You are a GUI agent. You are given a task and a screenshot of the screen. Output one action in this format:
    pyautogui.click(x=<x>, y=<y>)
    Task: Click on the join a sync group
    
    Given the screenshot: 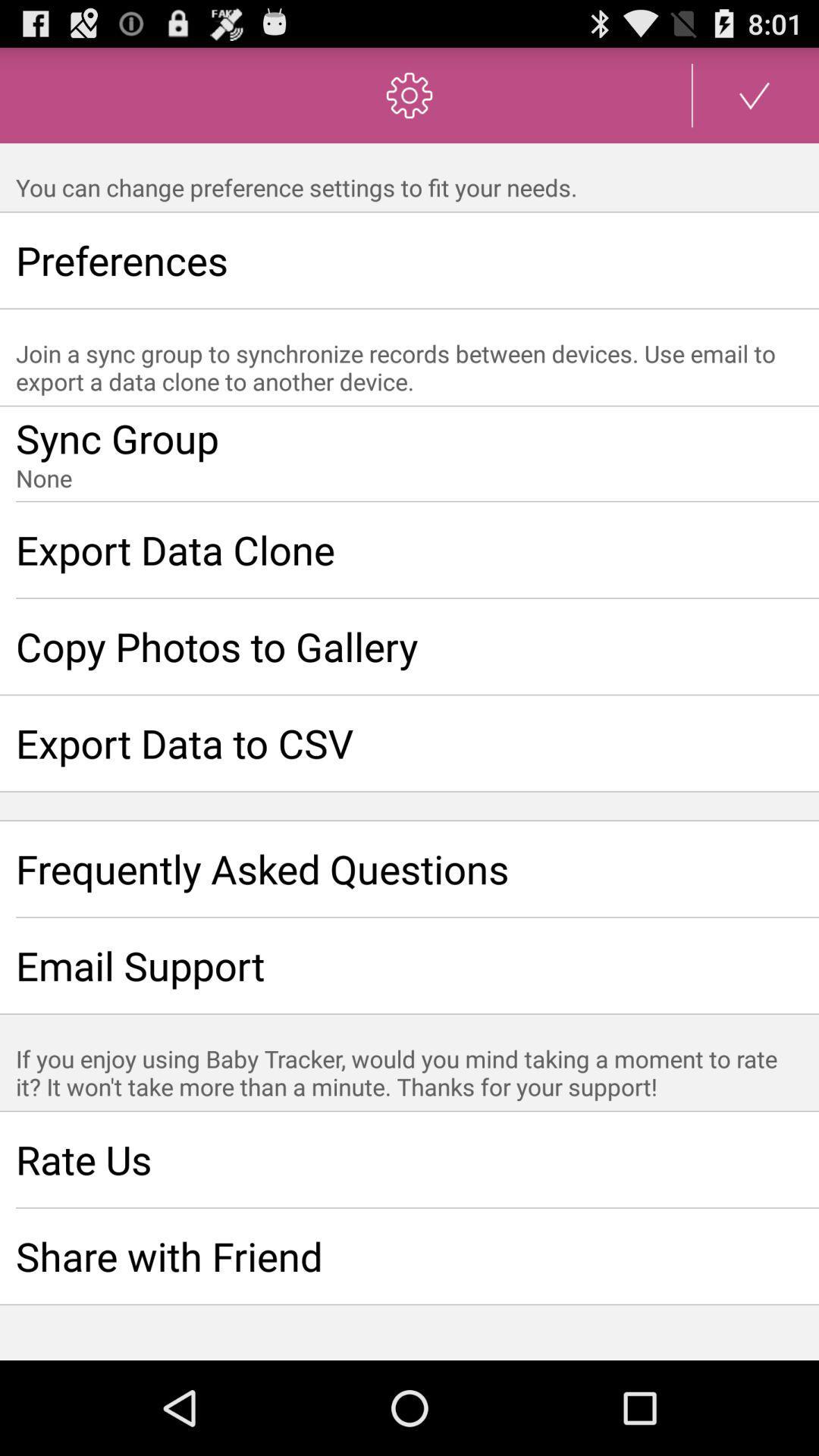 What is the action you would take?
    pyautogui.click(x=409, y=453)
    